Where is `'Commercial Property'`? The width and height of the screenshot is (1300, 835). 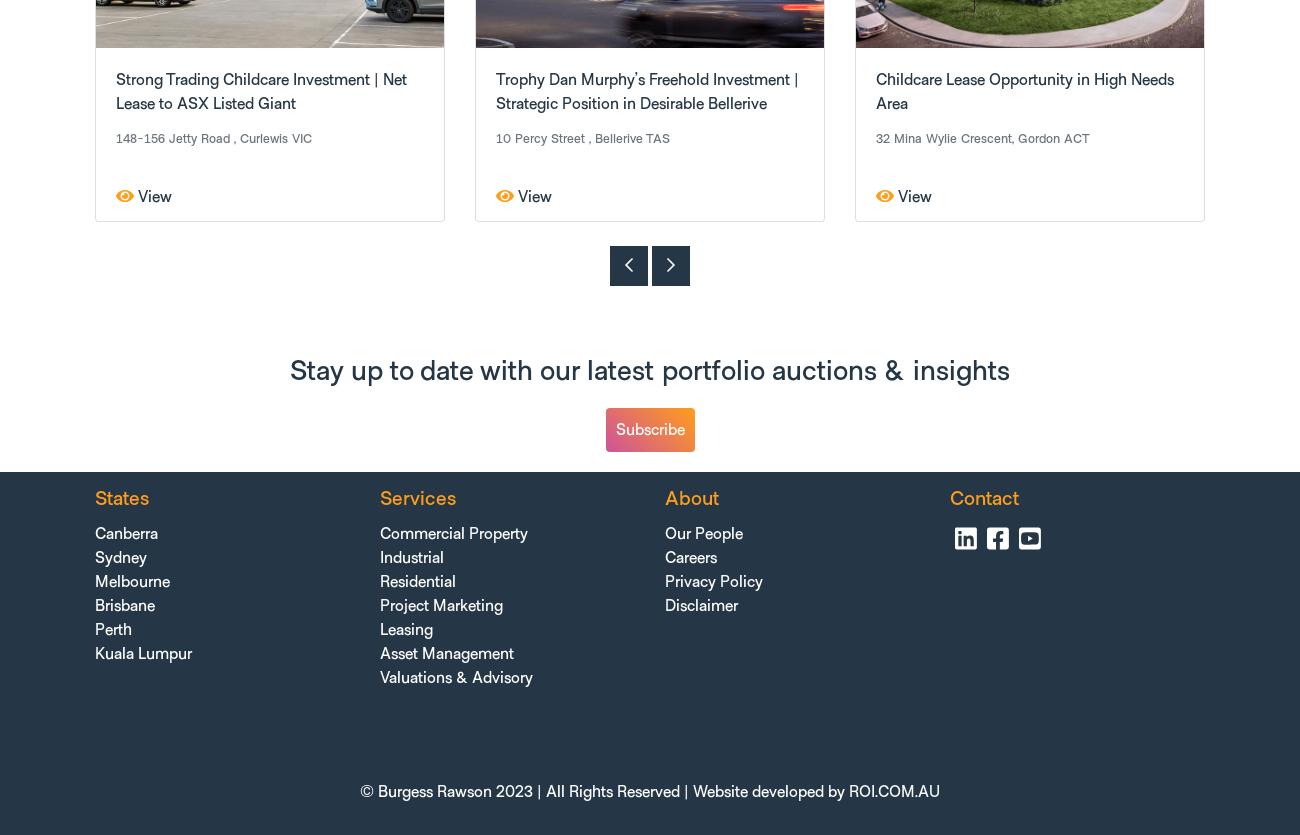
'Commercial Property' is located at coordinates (452, 532).